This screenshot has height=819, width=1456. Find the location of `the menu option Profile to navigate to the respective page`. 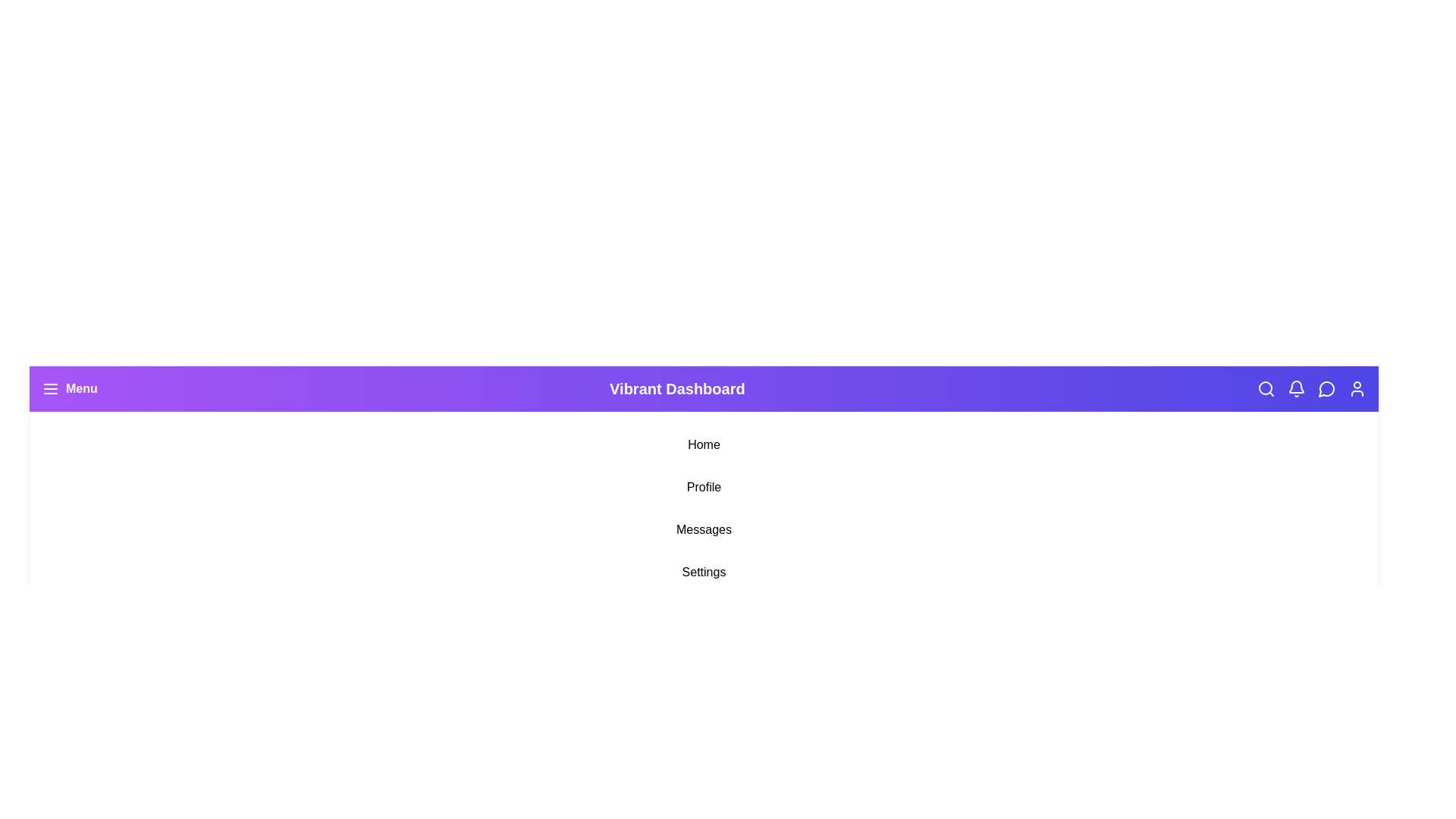

the menu option Profile to navigate to the respective page is located at coordinates (703, 488).